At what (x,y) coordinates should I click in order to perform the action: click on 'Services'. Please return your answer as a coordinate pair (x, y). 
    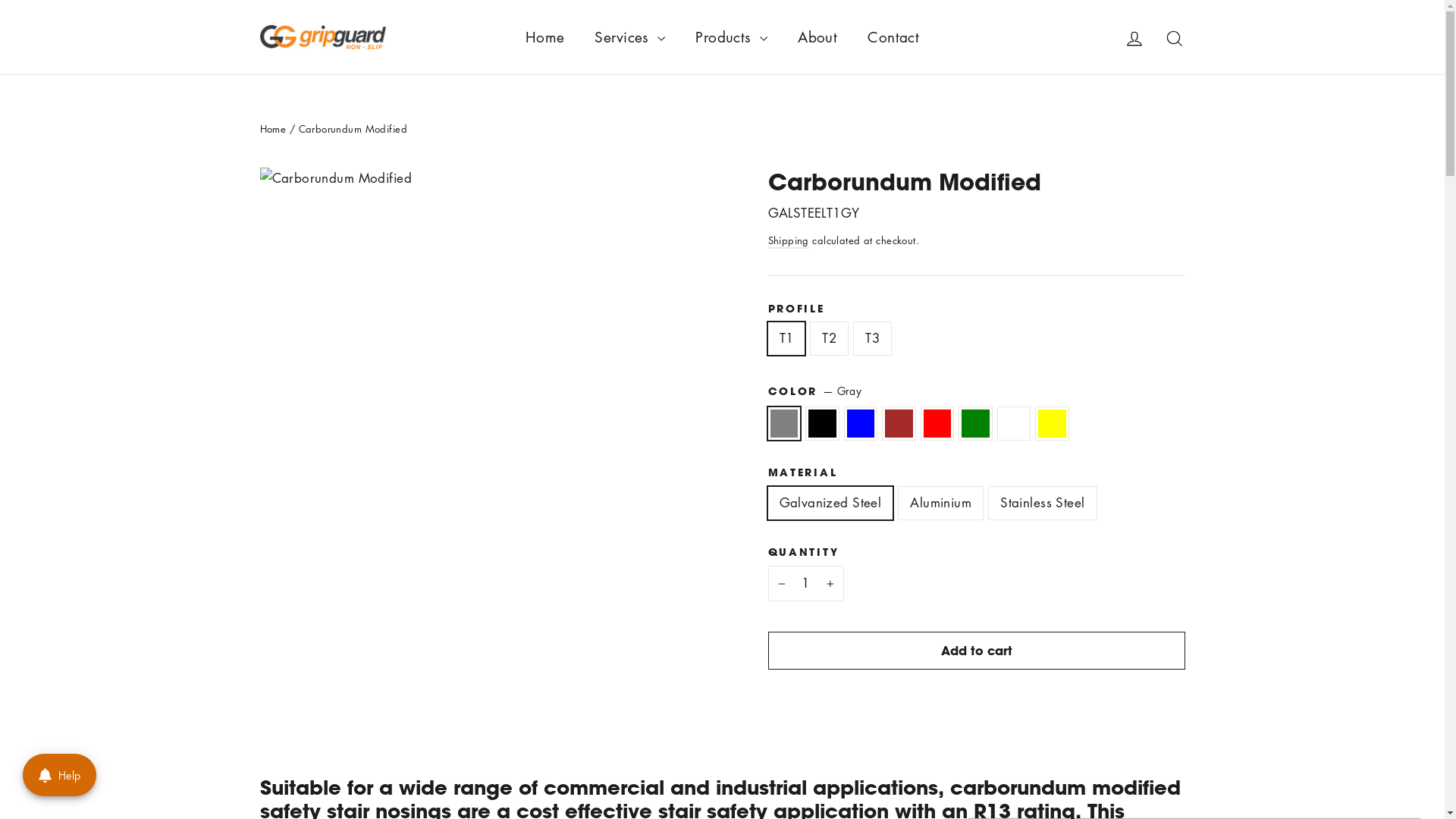
    Looking at the image, I should click on (629, 36).